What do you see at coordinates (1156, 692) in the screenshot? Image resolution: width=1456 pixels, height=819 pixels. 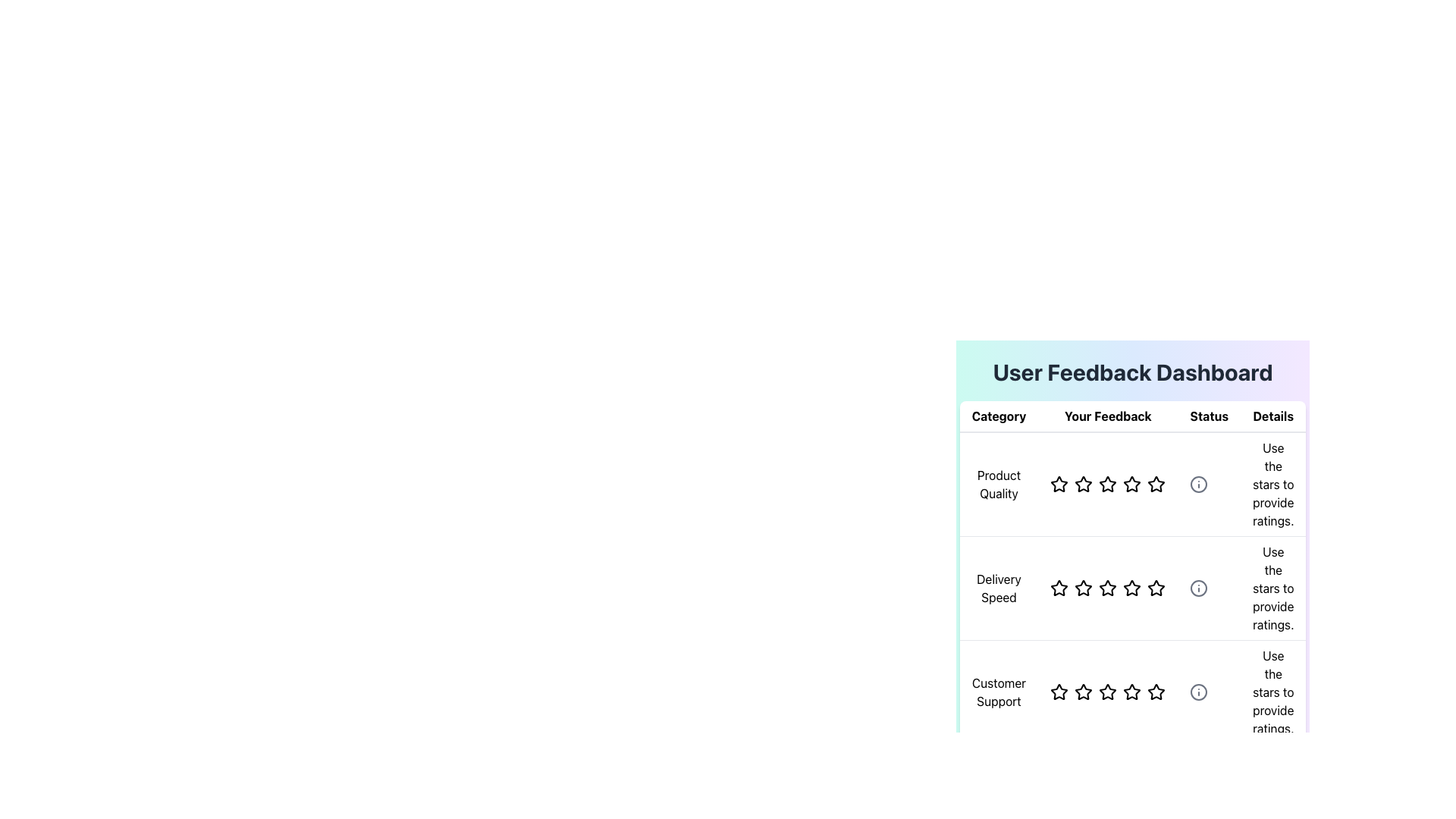 I see `the fifth star icon in the rating system under the 'Customer Support' category to set a rating` at bounding box center [1156, 692].